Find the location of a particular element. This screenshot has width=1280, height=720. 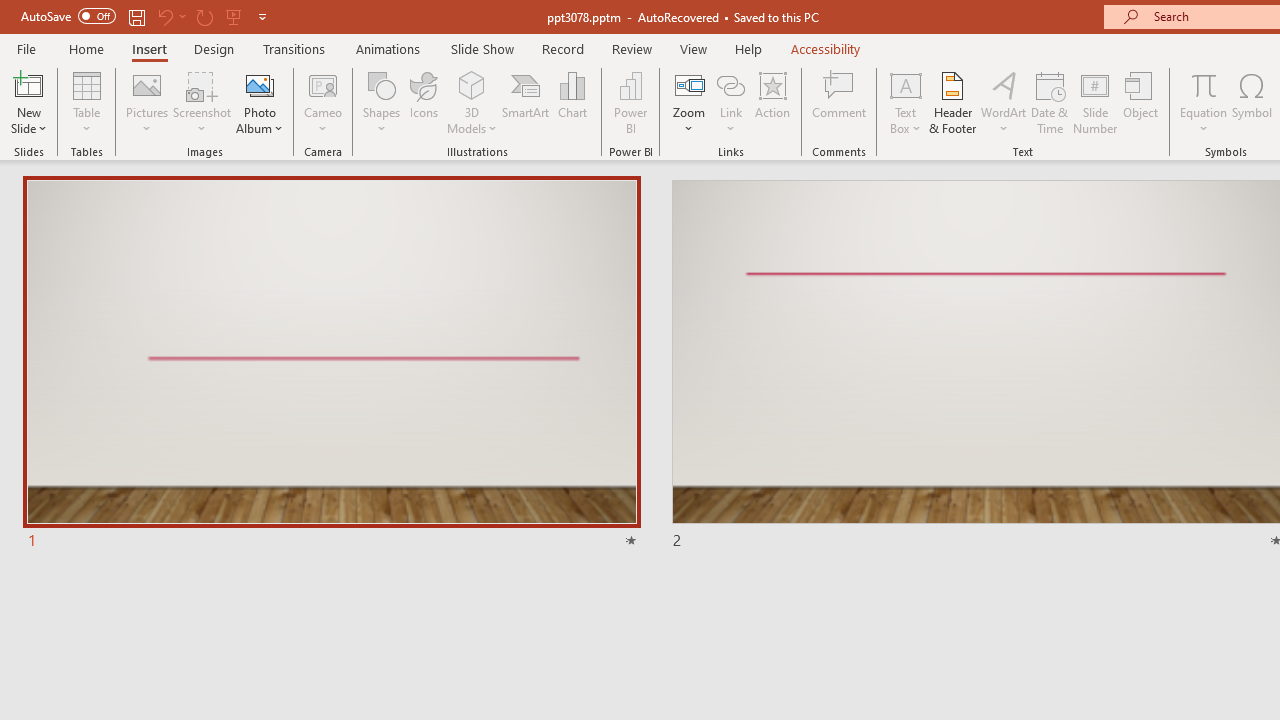

'Draw Horizontal Text Box' is located at coordinates (904, 84).